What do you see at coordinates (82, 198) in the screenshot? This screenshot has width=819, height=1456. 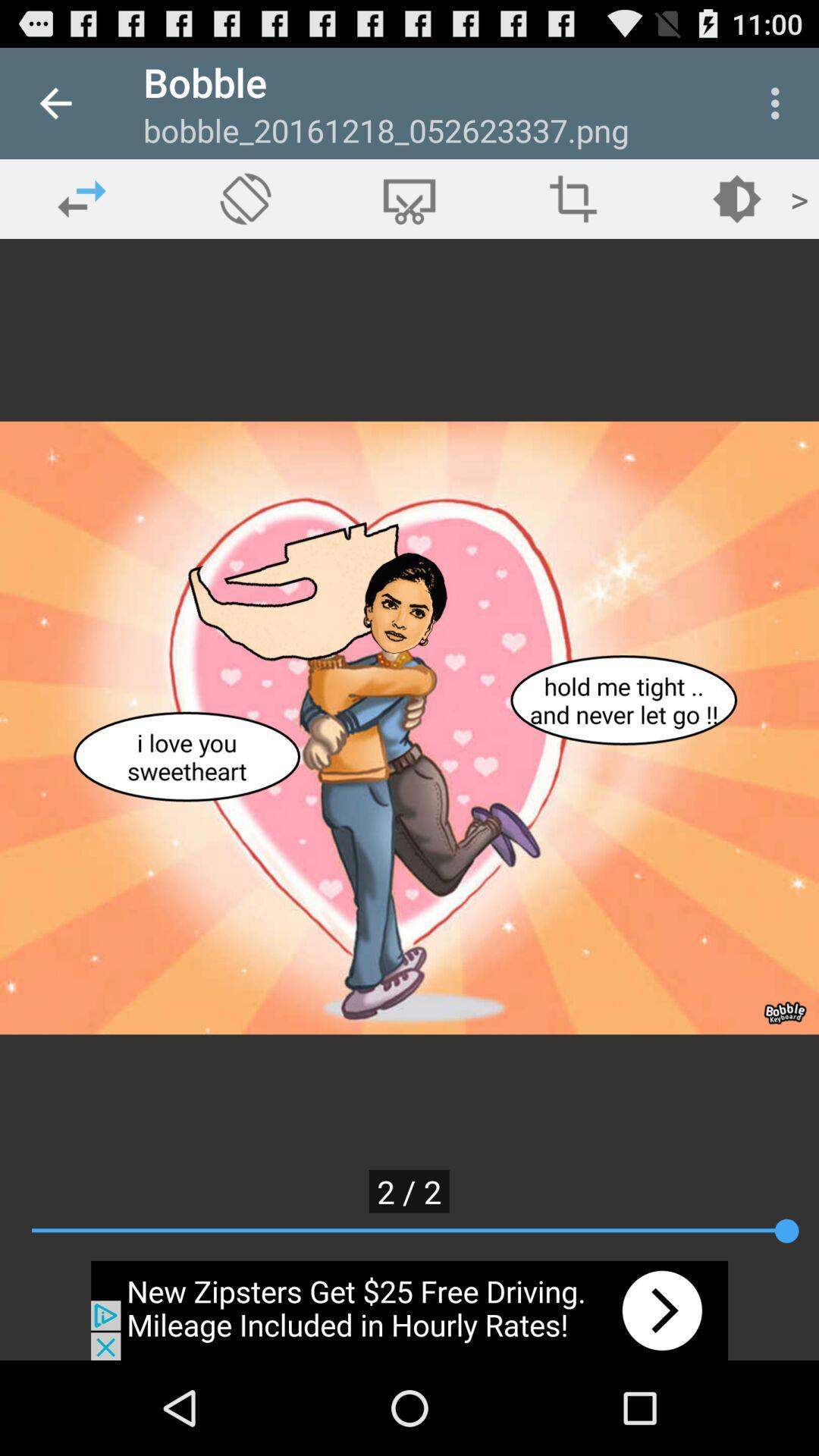 I see `go back` at bounding box center [82, 198].